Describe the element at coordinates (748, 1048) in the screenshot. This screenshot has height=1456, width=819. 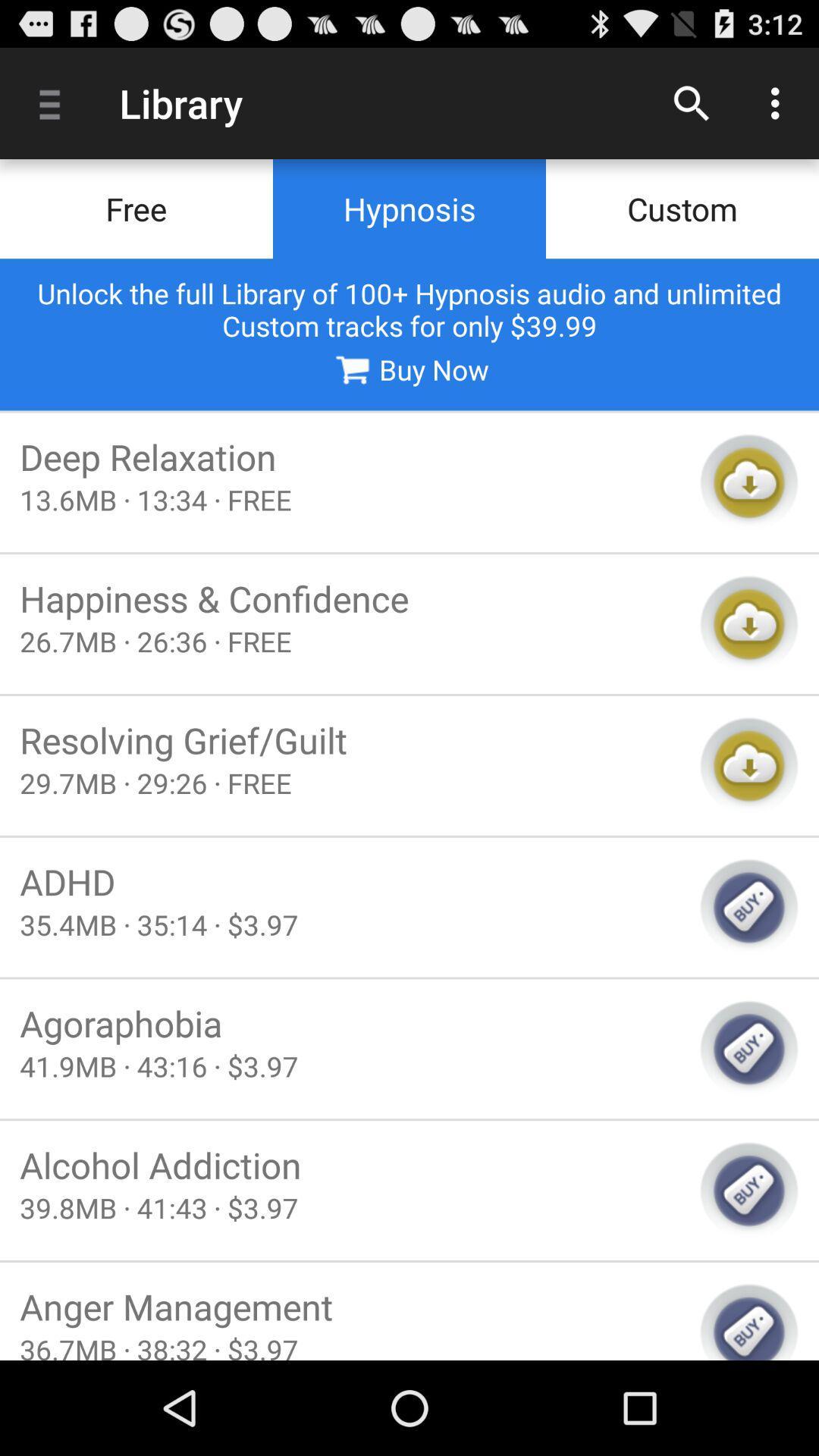
I see `purchase button` at that location.